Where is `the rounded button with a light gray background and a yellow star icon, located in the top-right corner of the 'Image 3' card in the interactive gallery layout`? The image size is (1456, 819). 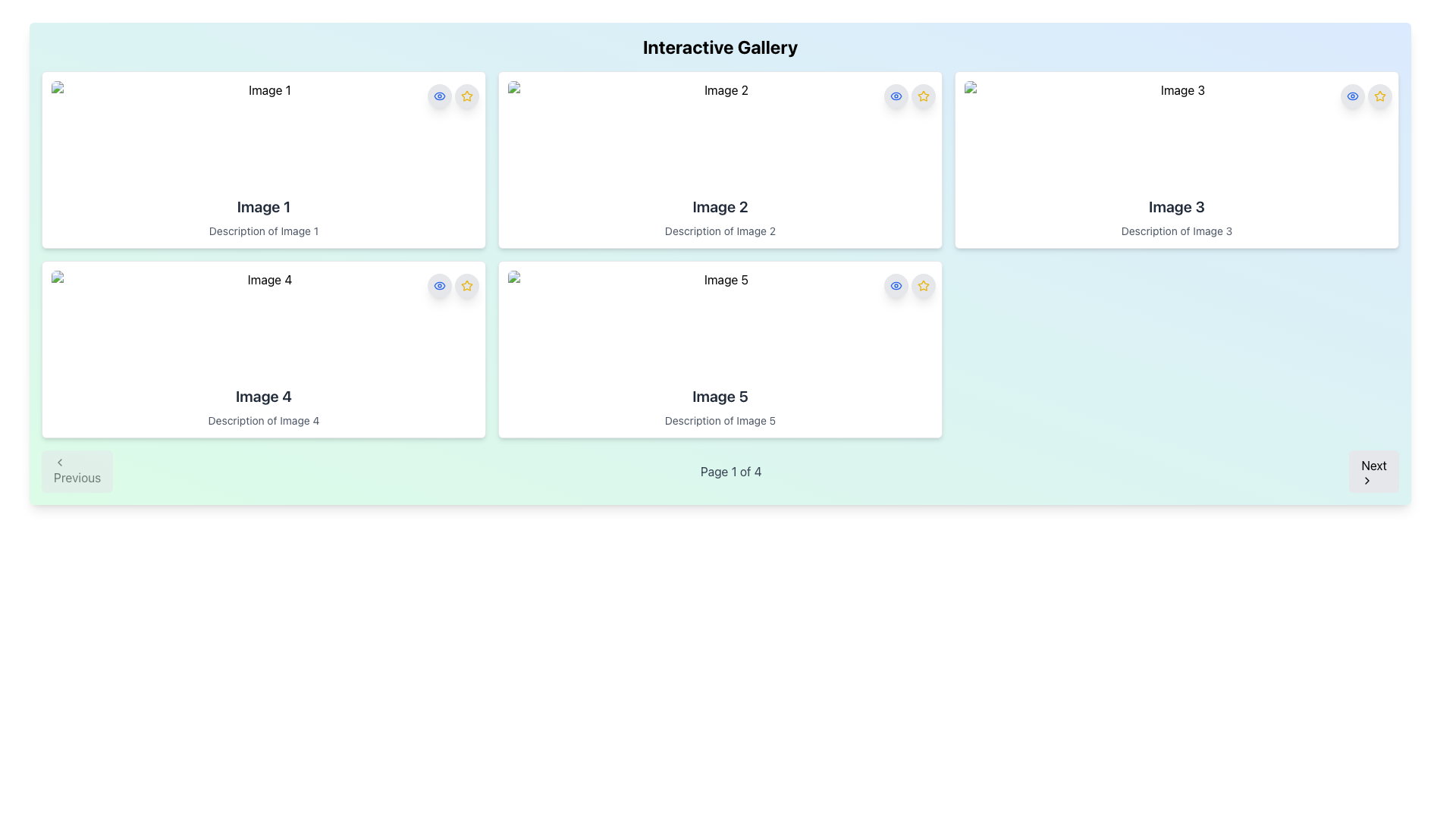
the rounded button with a light gray background and a yellow star icon, located in the top-right corner of the 'Image 3' card in the interactive gallery layout is located at coordinates (1379, 96).